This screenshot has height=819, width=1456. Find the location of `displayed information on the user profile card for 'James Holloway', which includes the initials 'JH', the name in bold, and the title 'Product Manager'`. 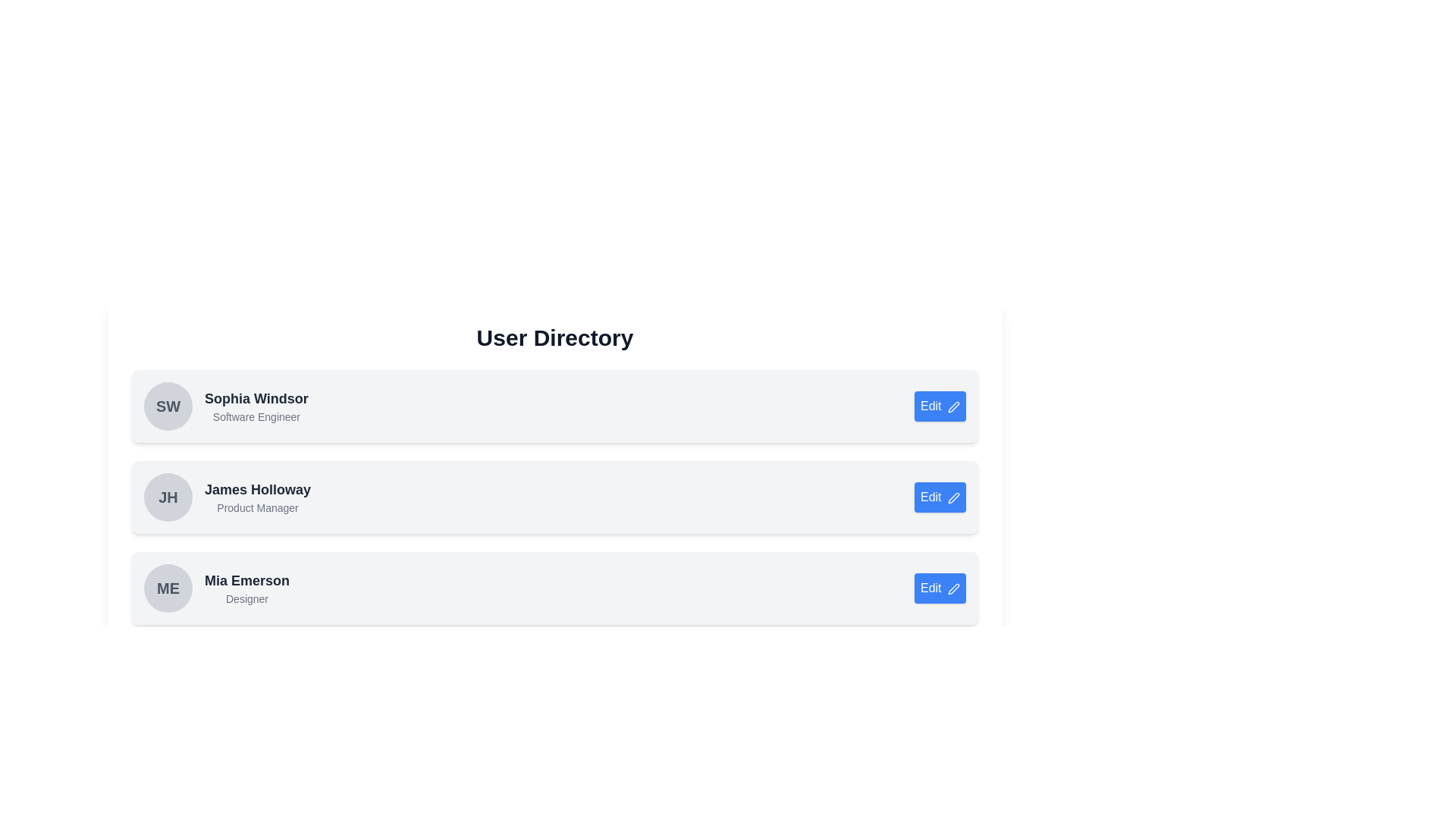

displayed information on the user profile card for 'James Holloway', which includes the initials 'JH', the name in bold, and the title 'Product Manager' is located at coordinates (227, 497).